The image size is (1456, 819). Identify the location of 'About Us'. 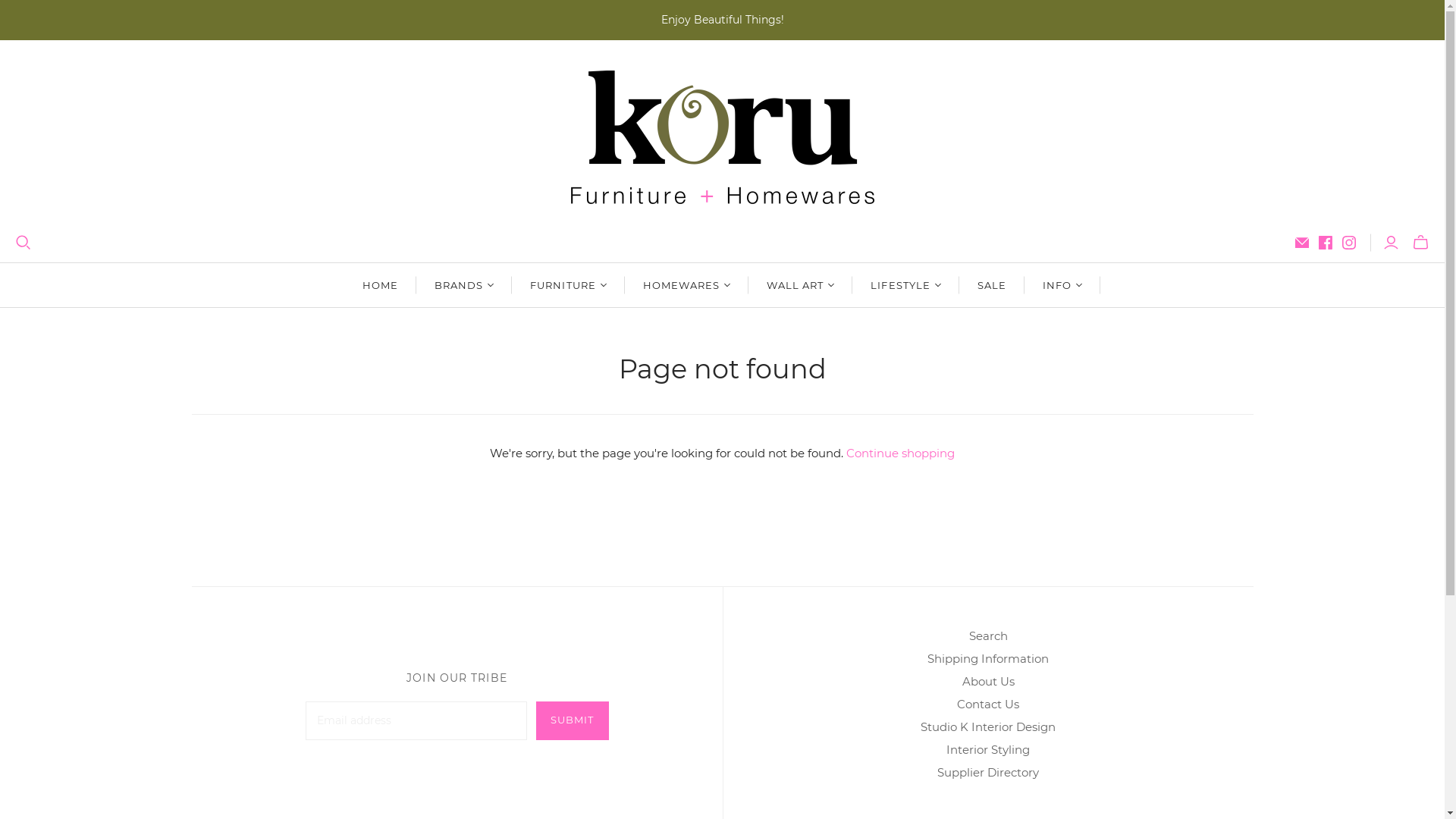
(960, 680).